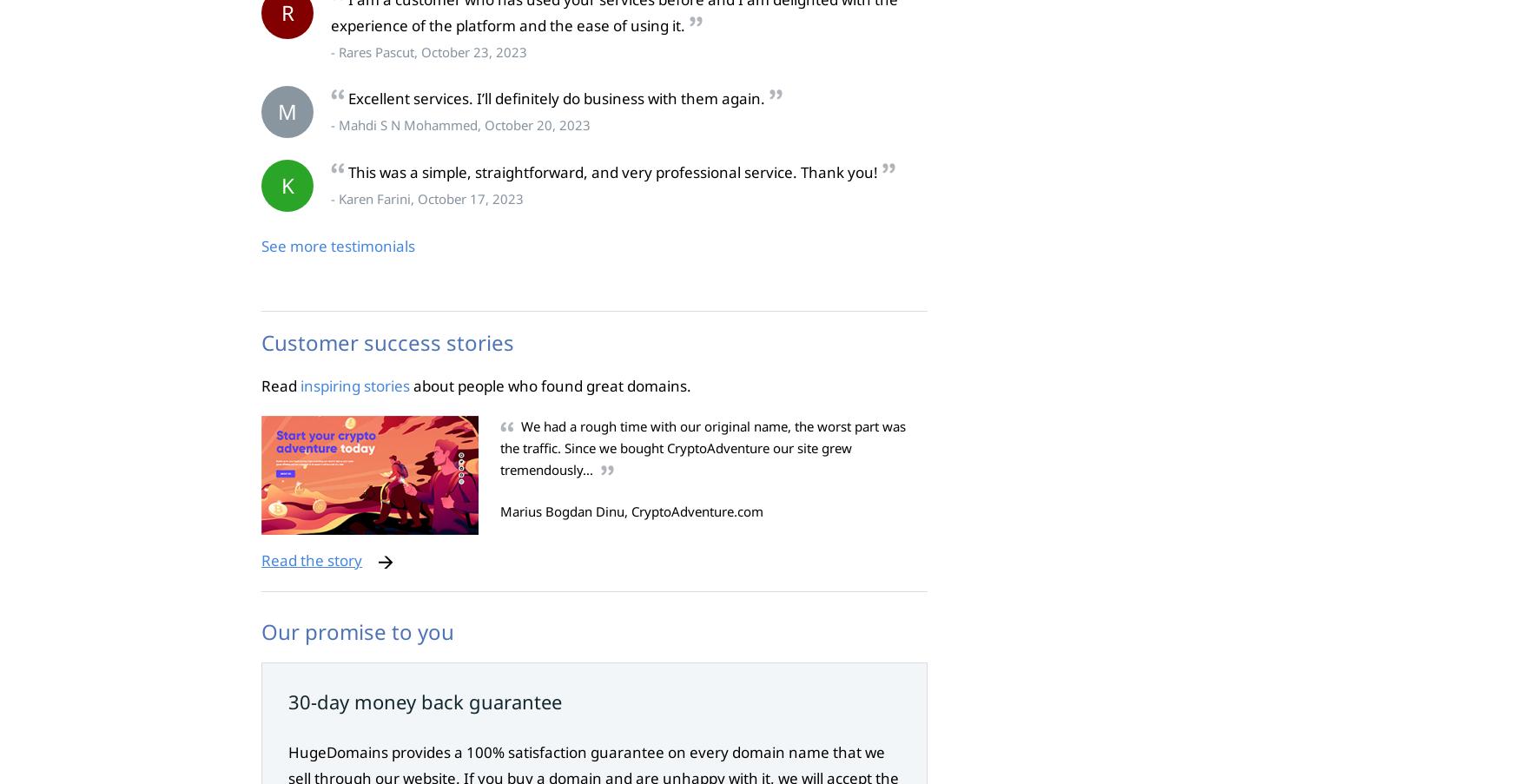 This screenshot has width=1539, height=784. What do you see at coordinates (261, 340) in the screenshot?
I see `'Customer success stories'` at bounding box center [261, 340].